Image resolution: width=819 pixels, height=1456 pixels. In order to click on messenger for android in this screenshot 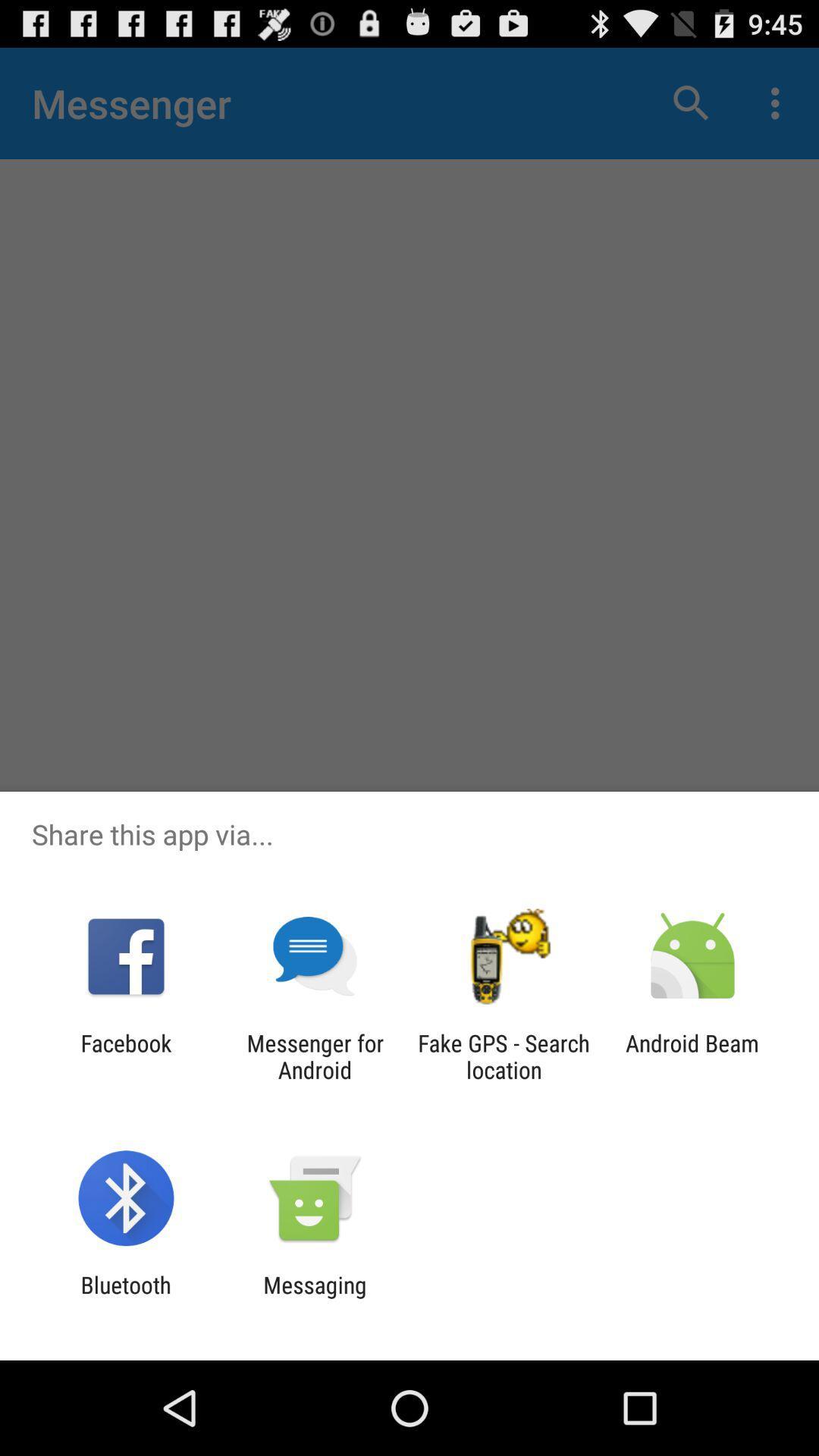, I will do `click(314, 1056)`.